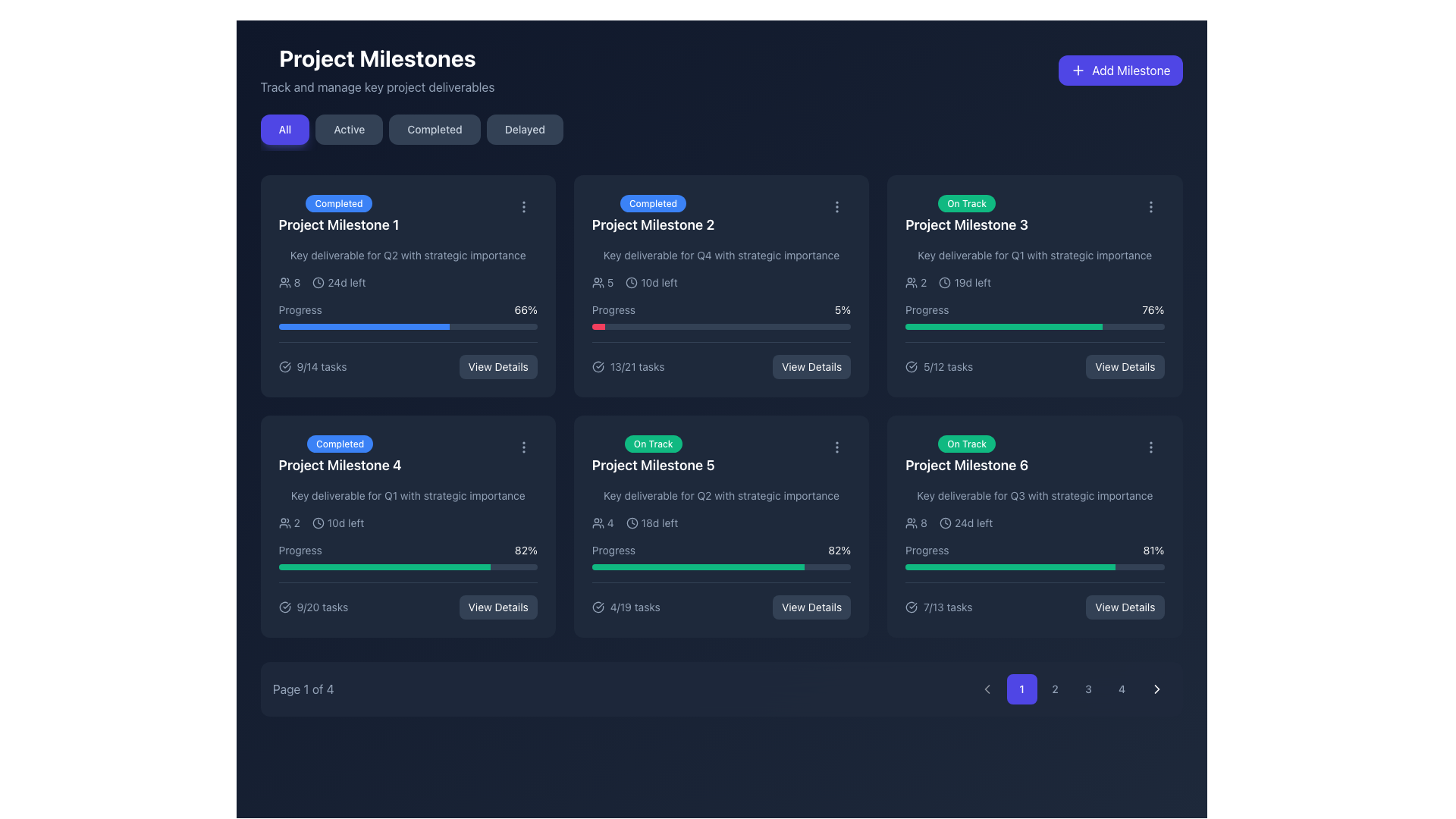  What do you see at coordinates (1150, 207) in the screenshot?
I see `the vertical ellipsis icon button located` at bounding box center [1150, 207].